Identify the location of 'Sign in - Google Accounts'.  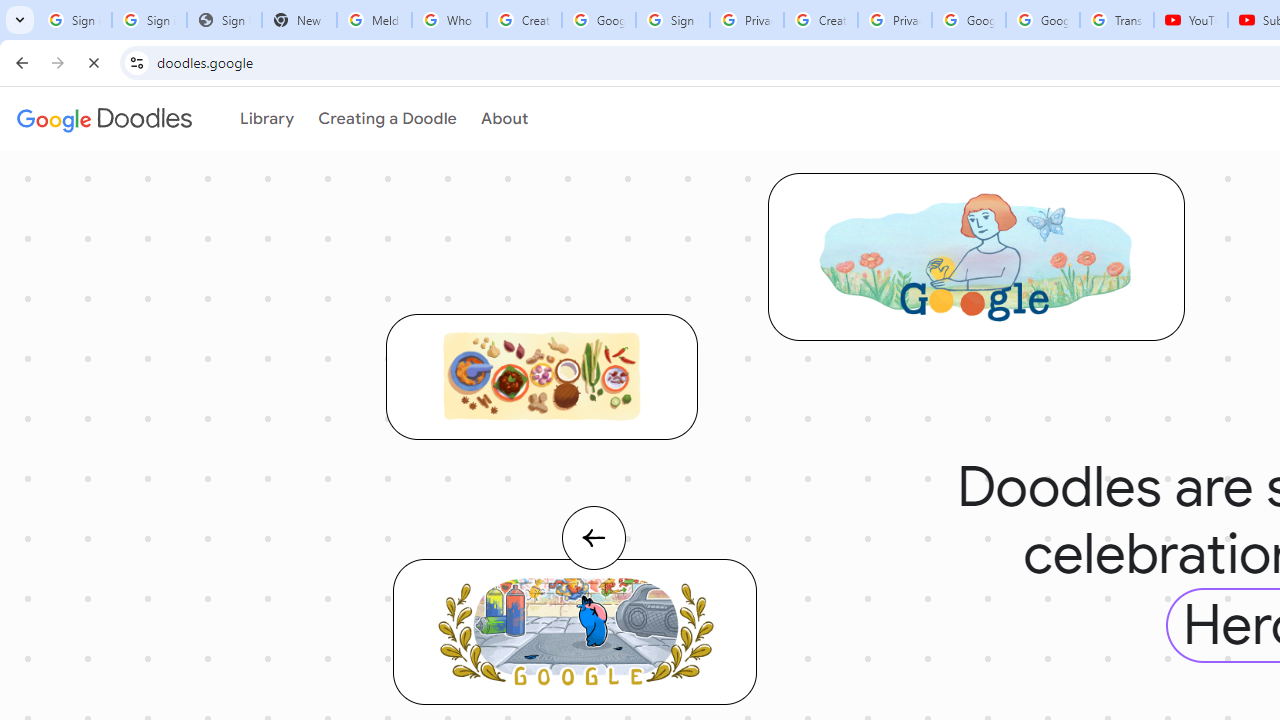
(673, 20).